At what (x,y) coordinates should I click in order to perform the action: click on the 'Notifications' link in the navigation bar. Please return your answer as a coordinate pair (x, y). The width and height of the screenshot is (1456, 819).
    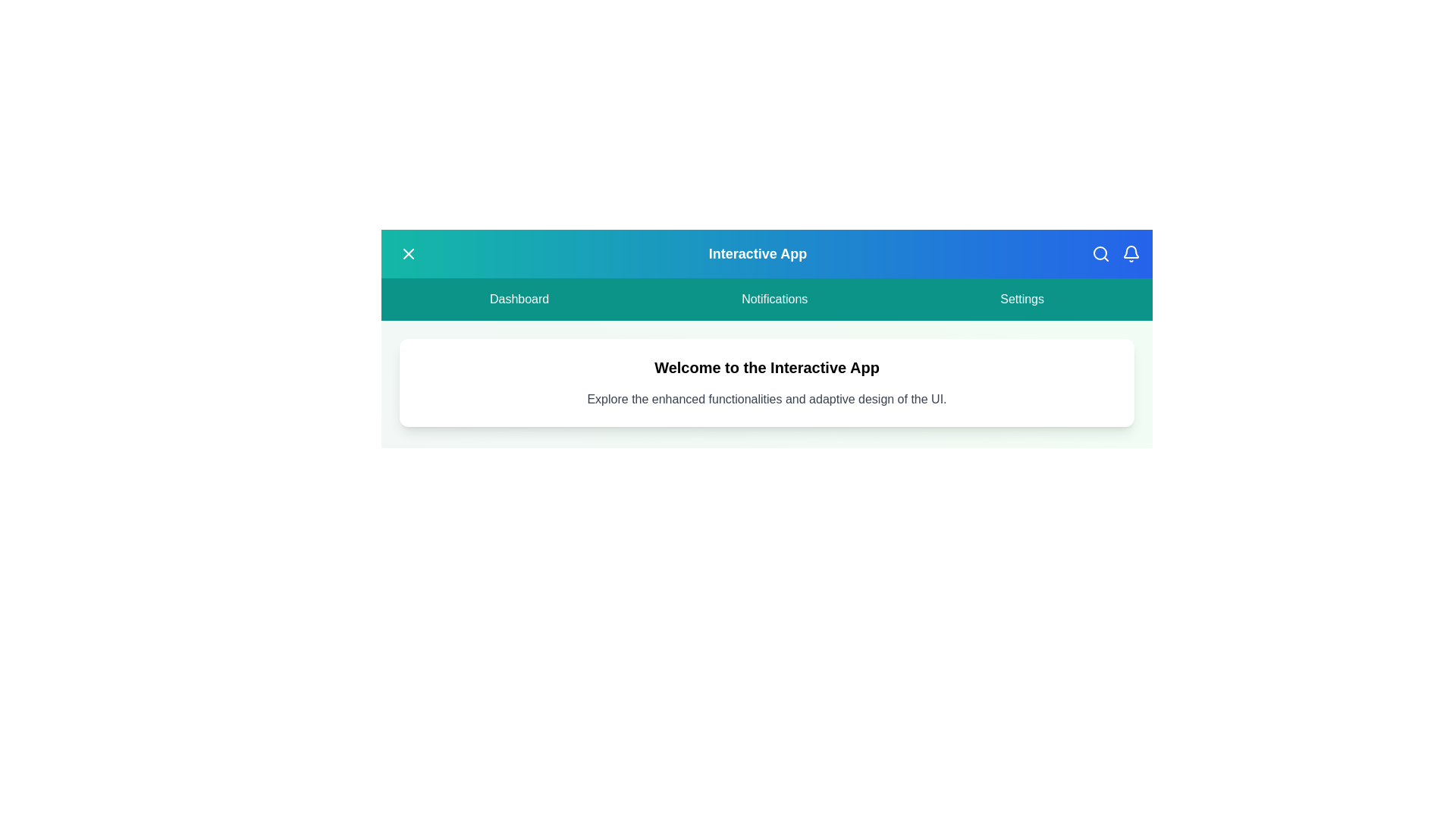
    Looking at the image, I should click on (774, 299).